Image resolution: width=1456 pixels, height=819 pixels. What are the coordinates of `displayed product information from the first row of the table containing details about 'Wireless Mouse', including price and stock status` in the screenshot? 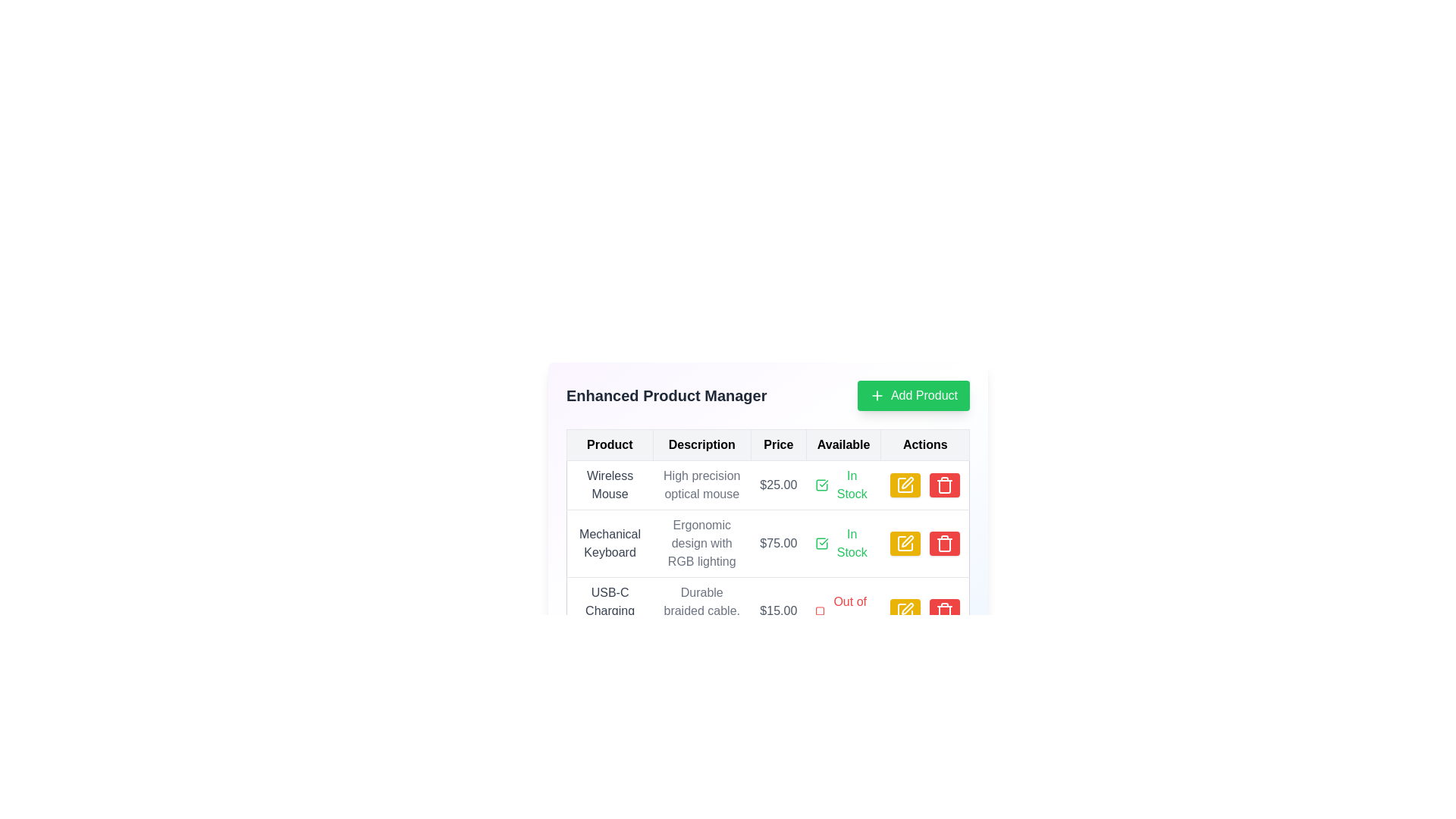 It's located at (767, 485).